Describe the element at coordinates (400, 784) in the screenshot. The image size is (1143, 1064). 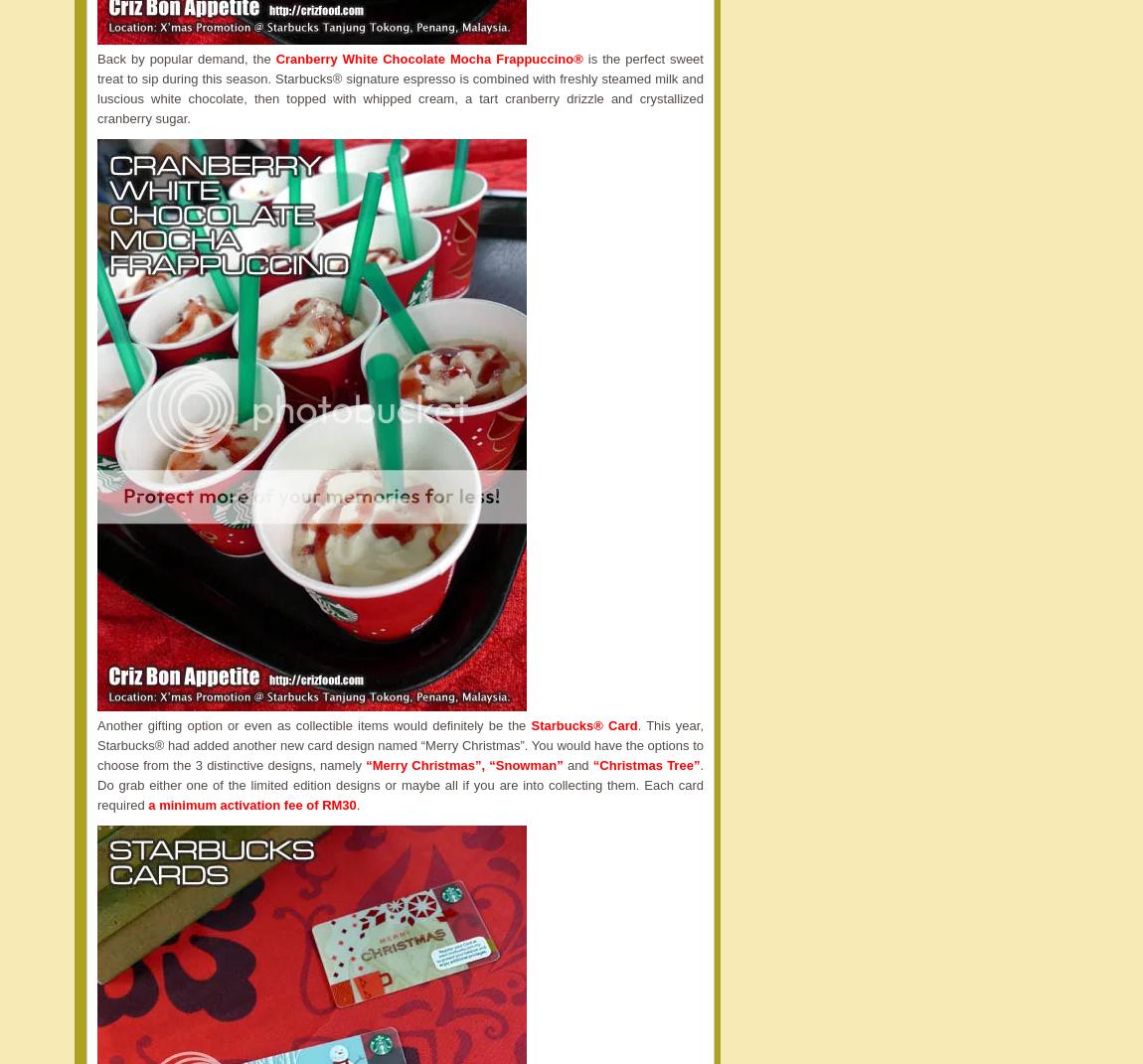
I see `'. Do grab either one of the limited edition designs or maybe all if you are into collecting them. Each card required'` at that location.